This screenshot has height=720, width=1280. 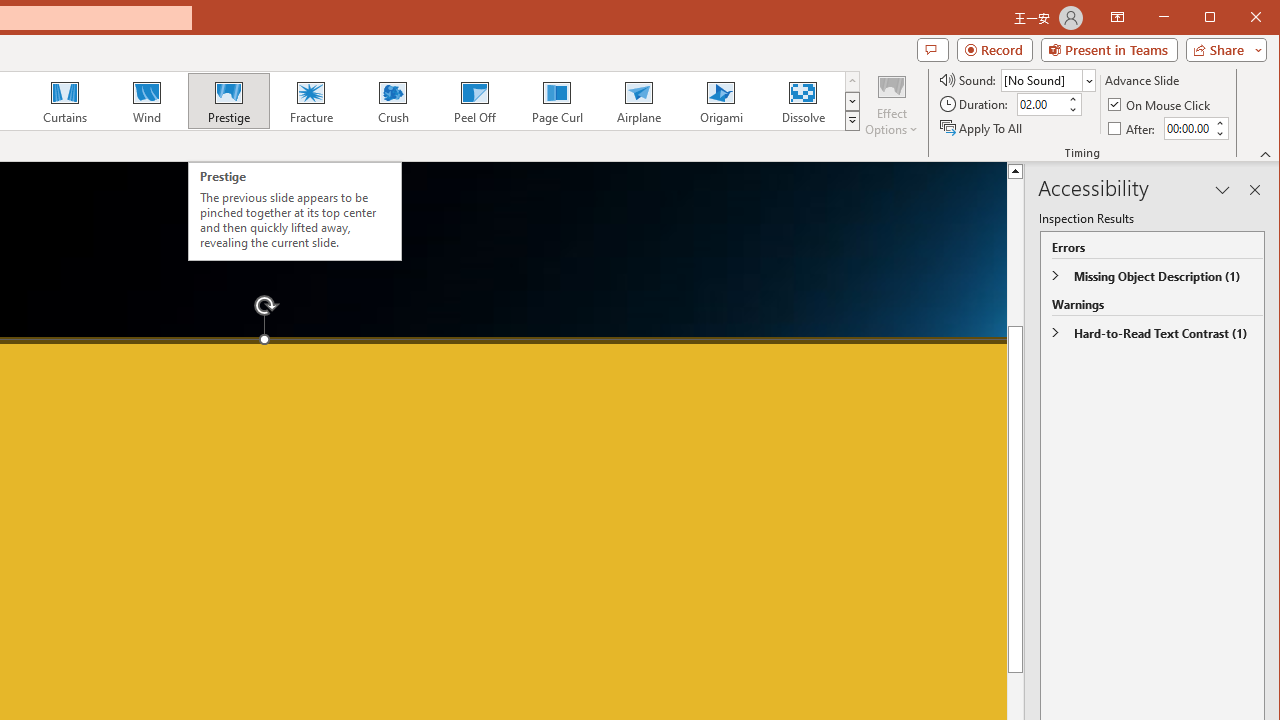 I want to click on 'Dissolve', so click(x=802, y=100).